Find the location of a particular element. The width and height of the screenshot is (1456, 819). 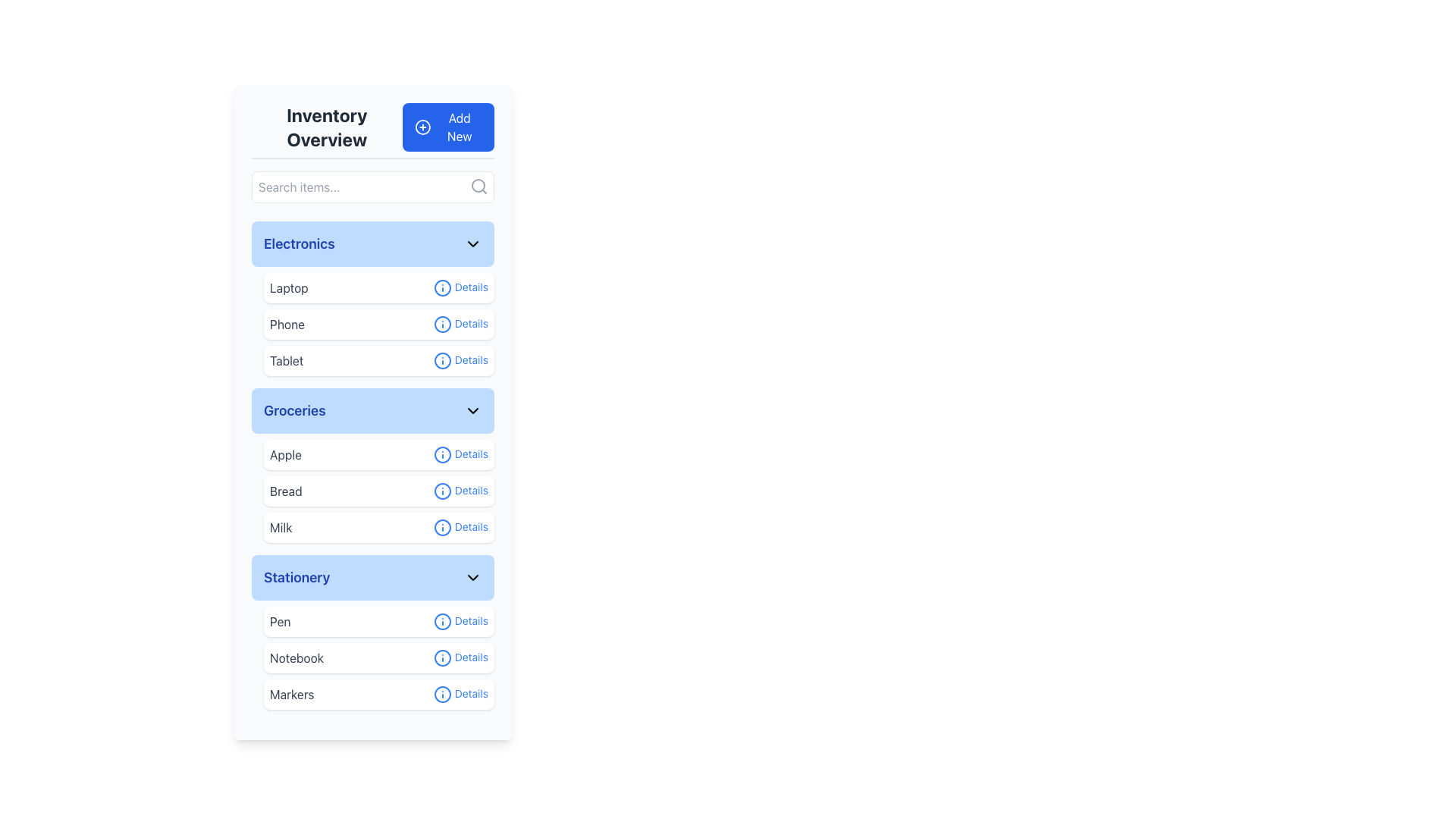

the Dropdown Toggle Icon, which is a downward-pointing chevron icon located at the far right of the 'Stationery' header, to trigger any hover effects is located at coordinates (472, 578).